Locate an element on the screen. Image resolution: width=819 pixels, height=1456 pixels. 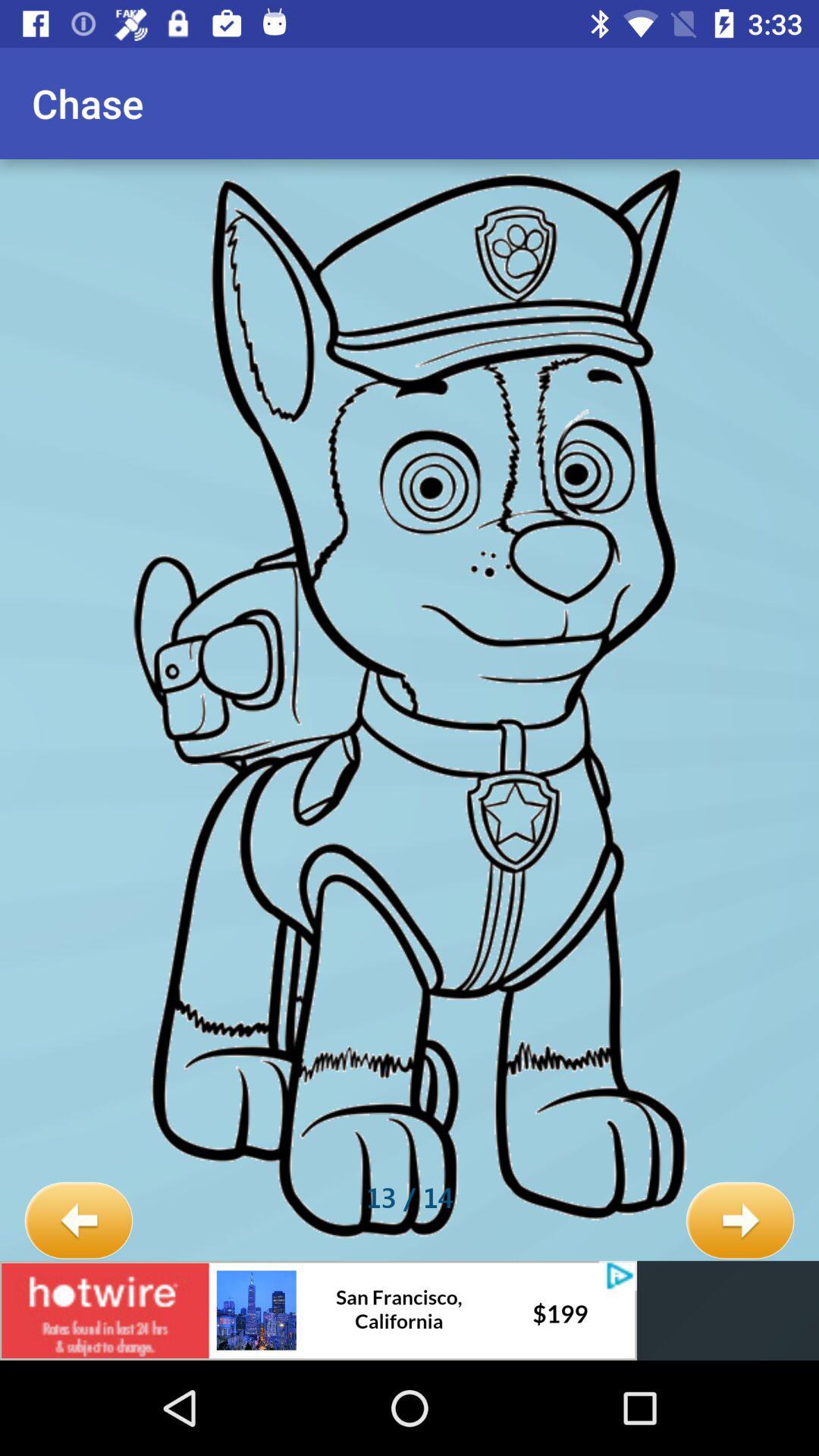
item to the right of the 13 / 14 item is located at coordinates (739, 1221).